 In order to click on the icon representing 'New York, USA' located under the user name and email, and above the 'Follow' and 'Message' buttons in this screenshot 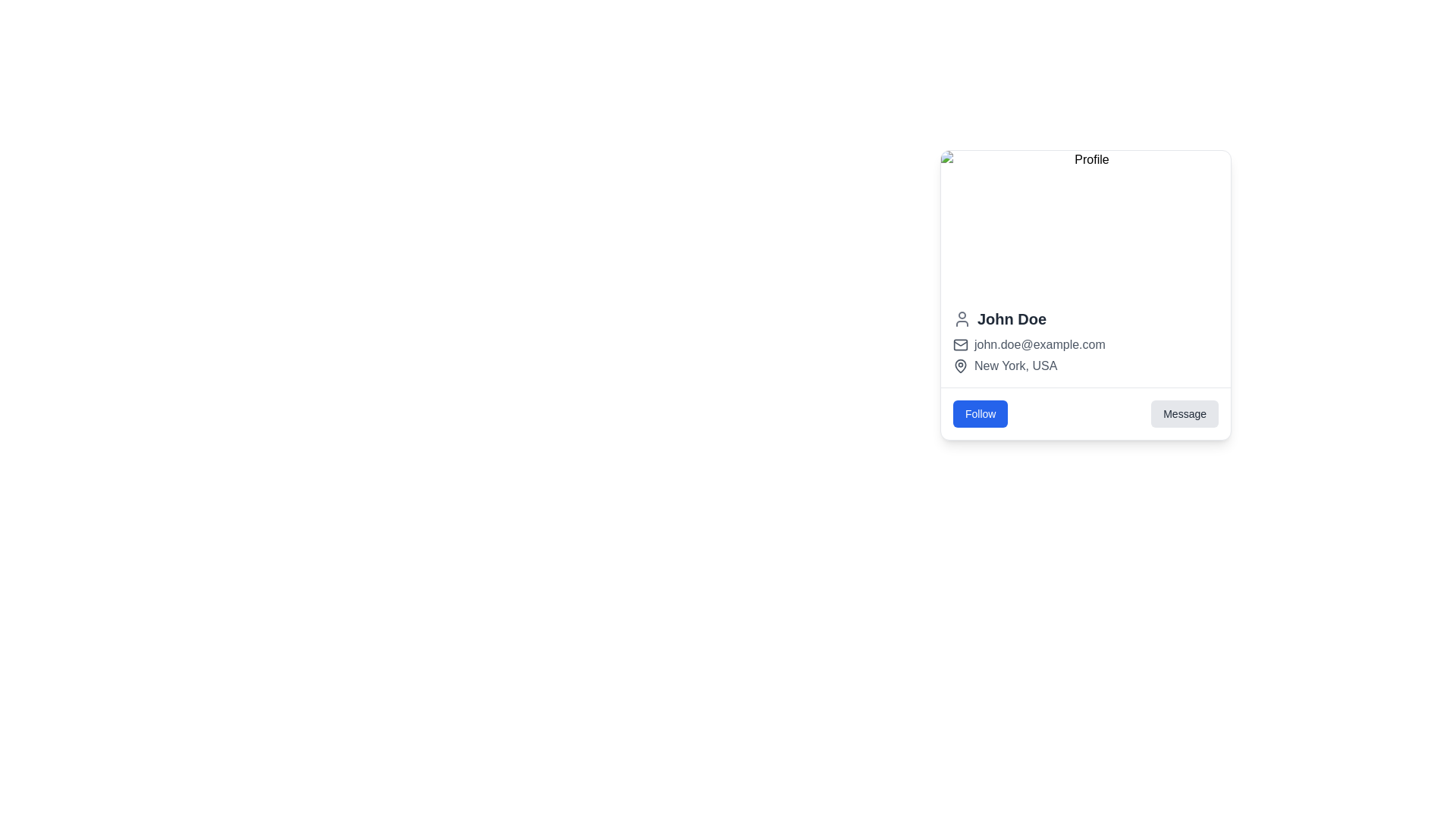, I will do `click(960, 366)`.